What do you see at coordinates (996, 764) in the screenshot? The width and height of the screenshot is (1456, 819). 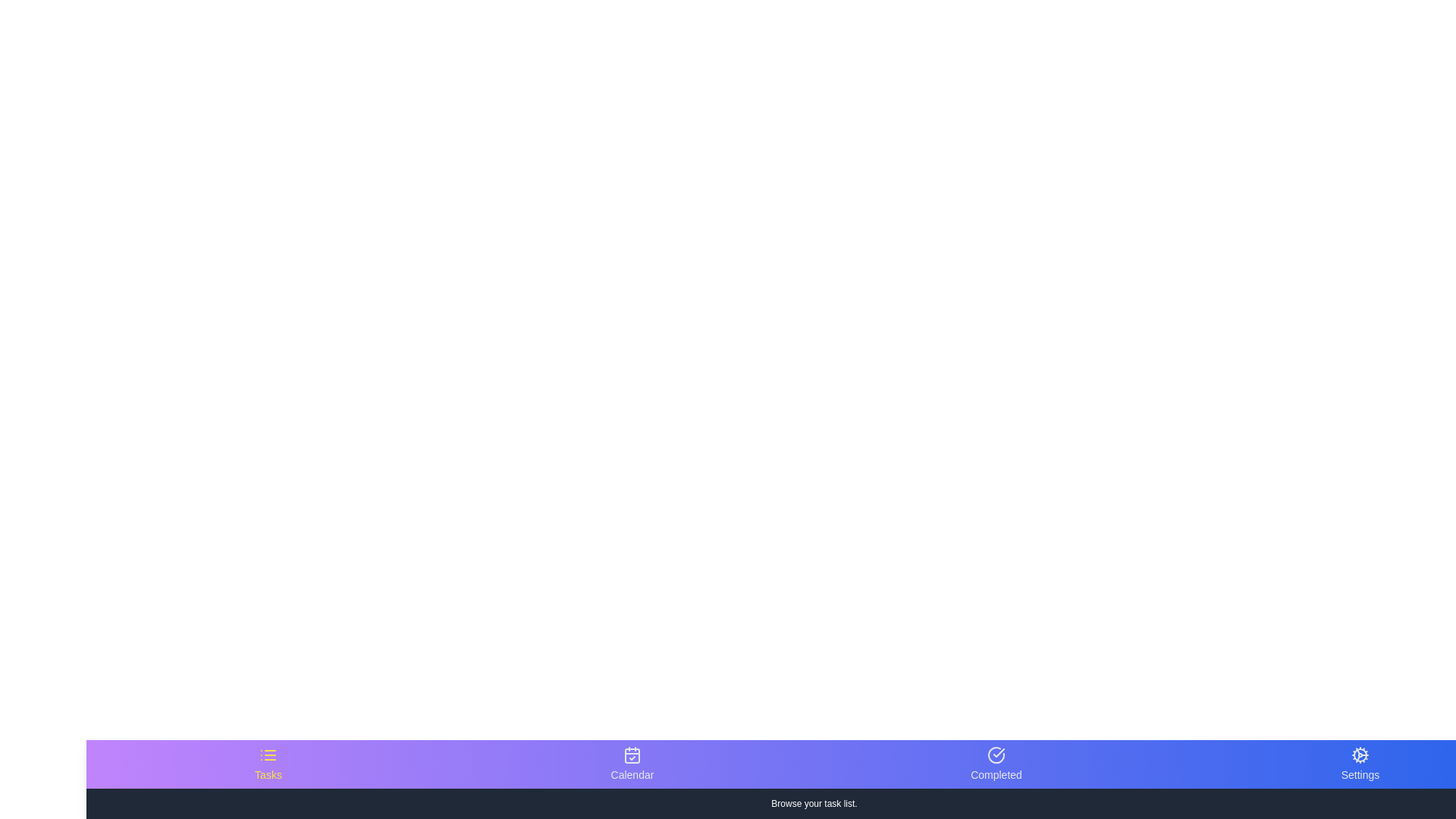 I see `the navigation icon corresponding to Completed` at bounding box center [996, 764].